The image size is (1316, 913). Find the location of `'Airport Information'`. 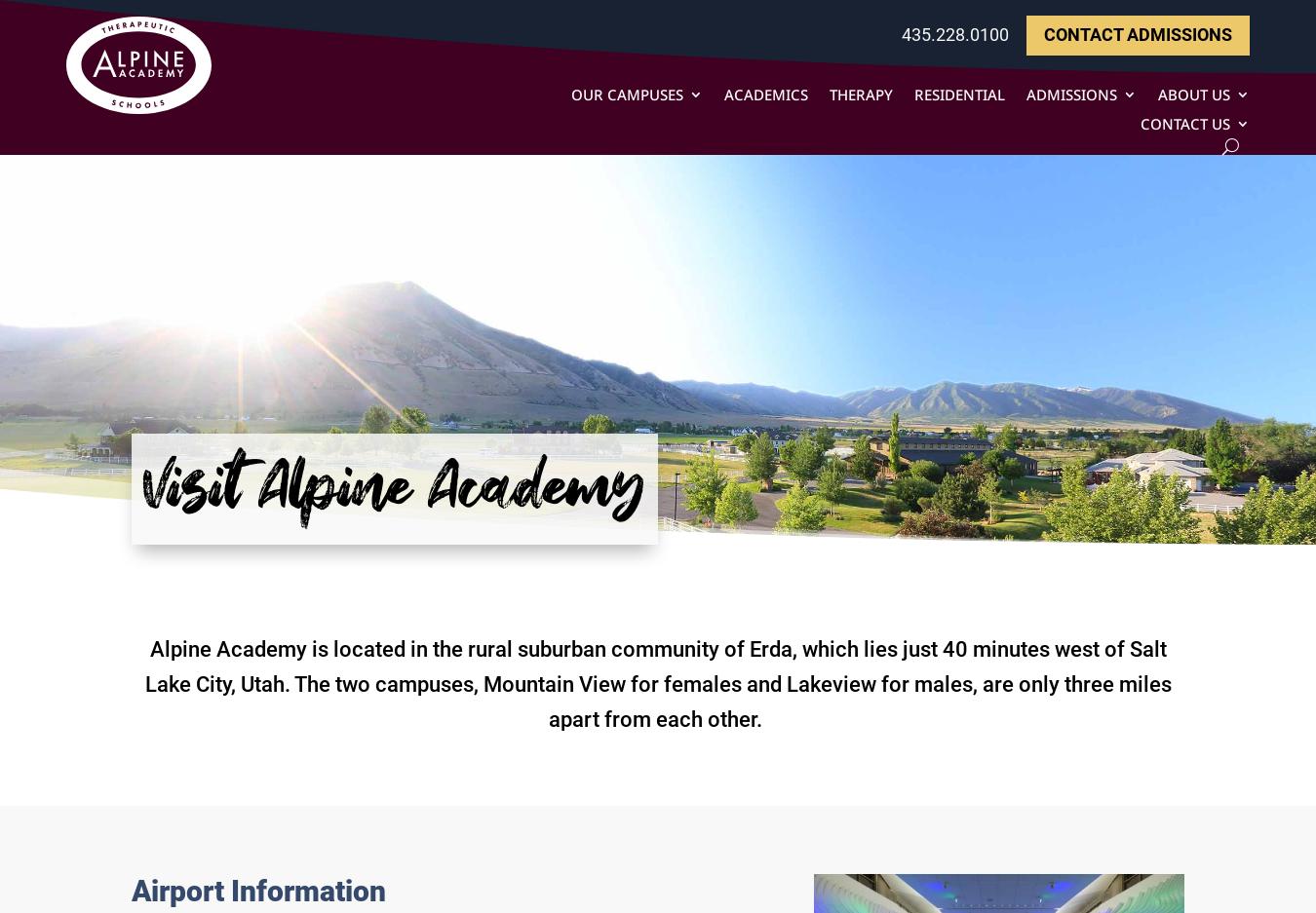

'Airport Information' is located at coordinates (257, 891).